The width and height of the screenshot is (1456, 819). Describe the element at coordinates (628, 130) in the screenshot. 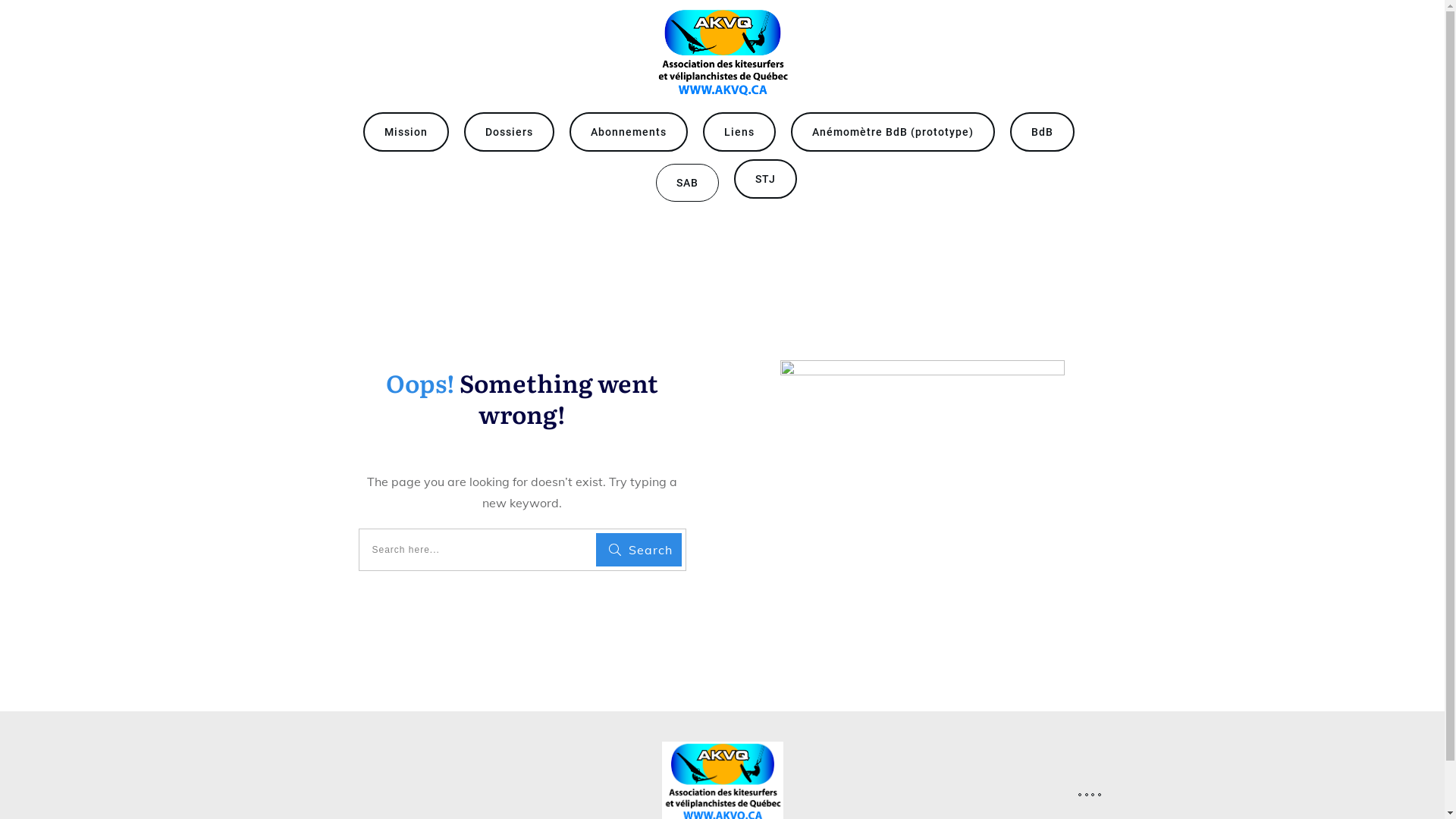

I see `'Abonnements'` at that location.